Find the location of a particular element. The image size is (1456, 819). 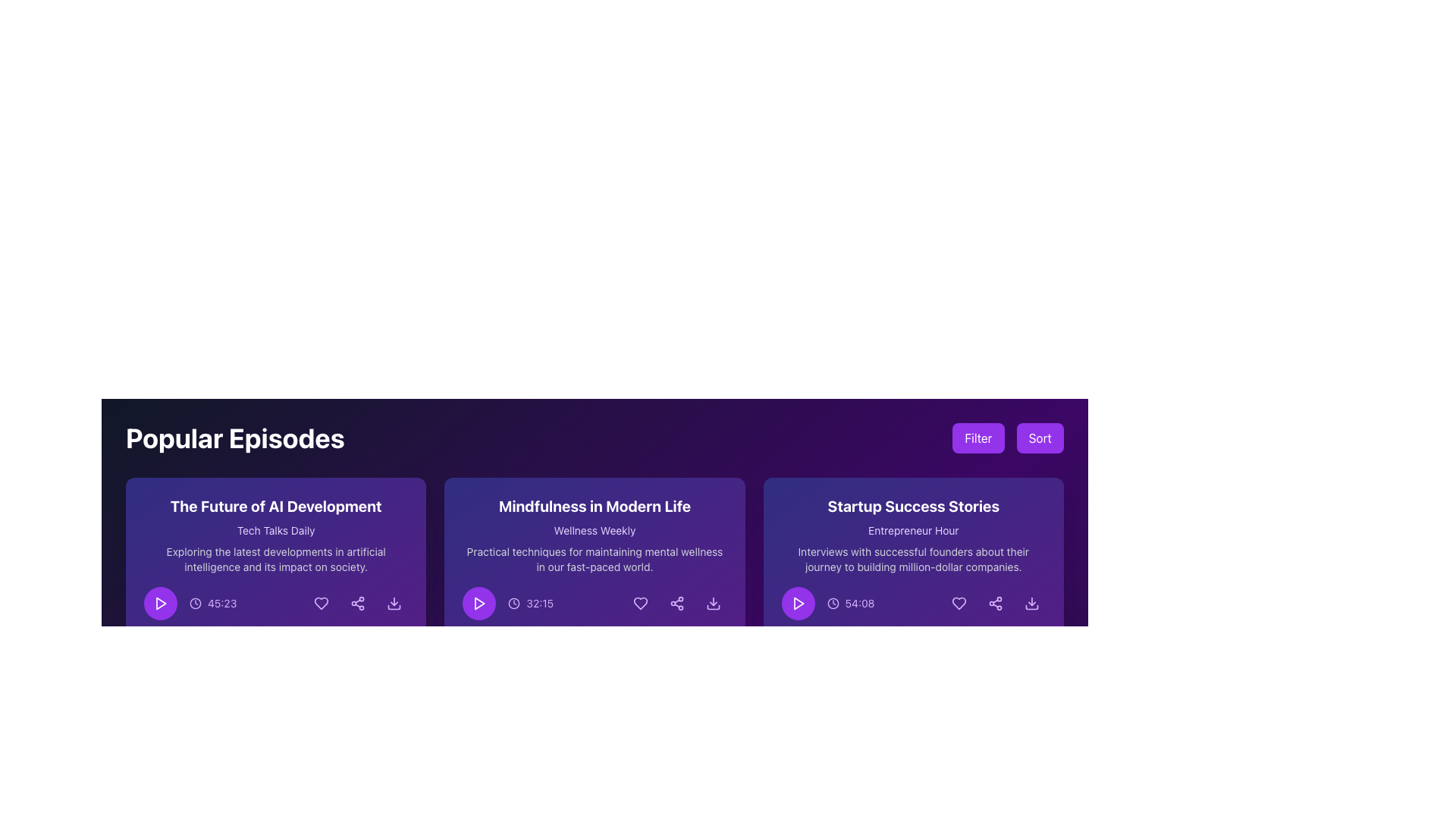

the heart icon button located below 'The Future of AI Development' section within the first card of the horizontal list of cards to mark the content as preferred is located at coordinates (321, 602).